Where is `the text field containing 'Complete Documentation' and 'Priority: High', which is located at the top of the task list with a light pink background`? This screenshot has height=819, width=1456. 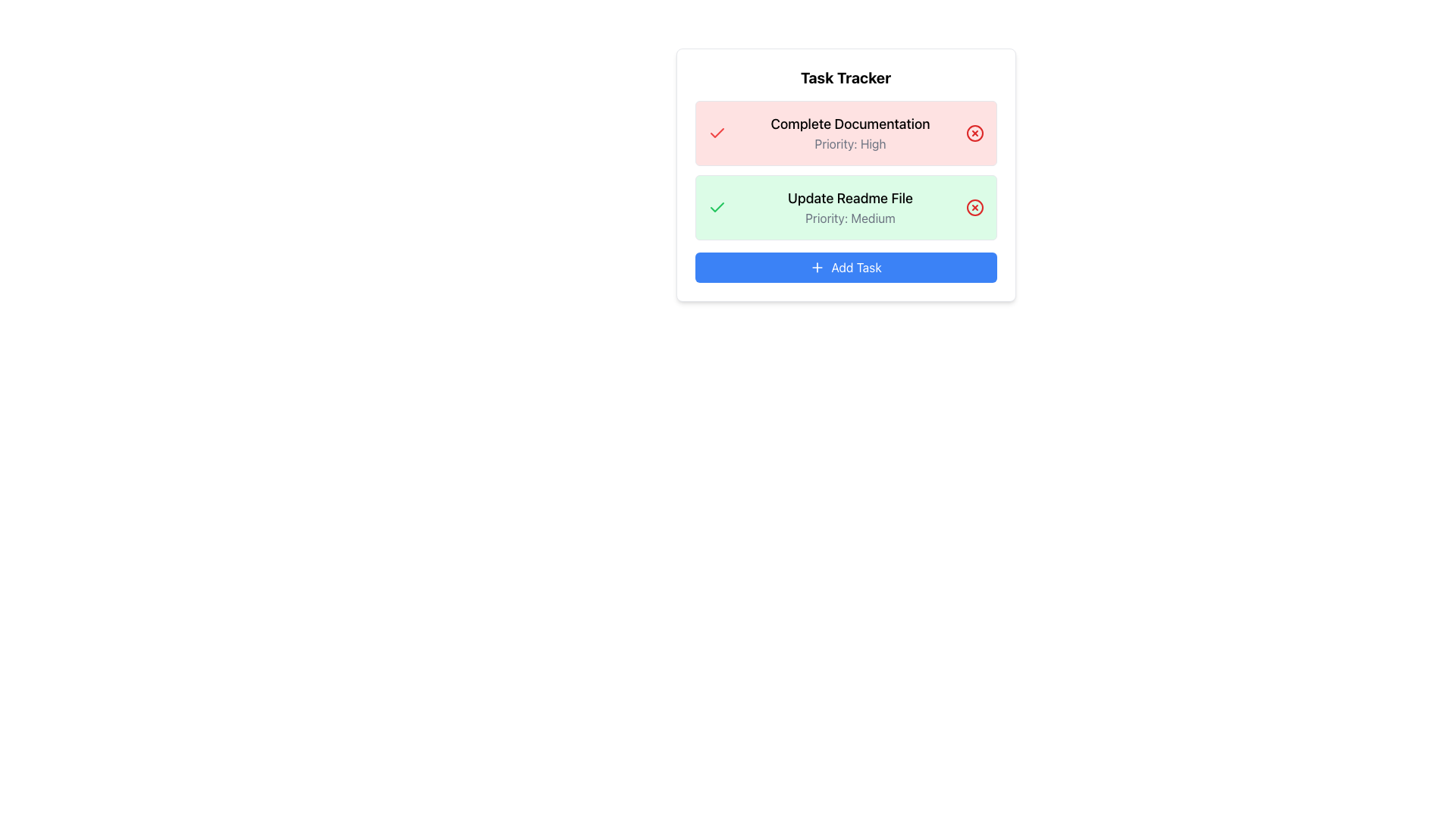
the text field containing 'Complete Documentation' and 'Priority: High', which is located at the top of the task list with a light pink background is located at coordinates (850, 133).